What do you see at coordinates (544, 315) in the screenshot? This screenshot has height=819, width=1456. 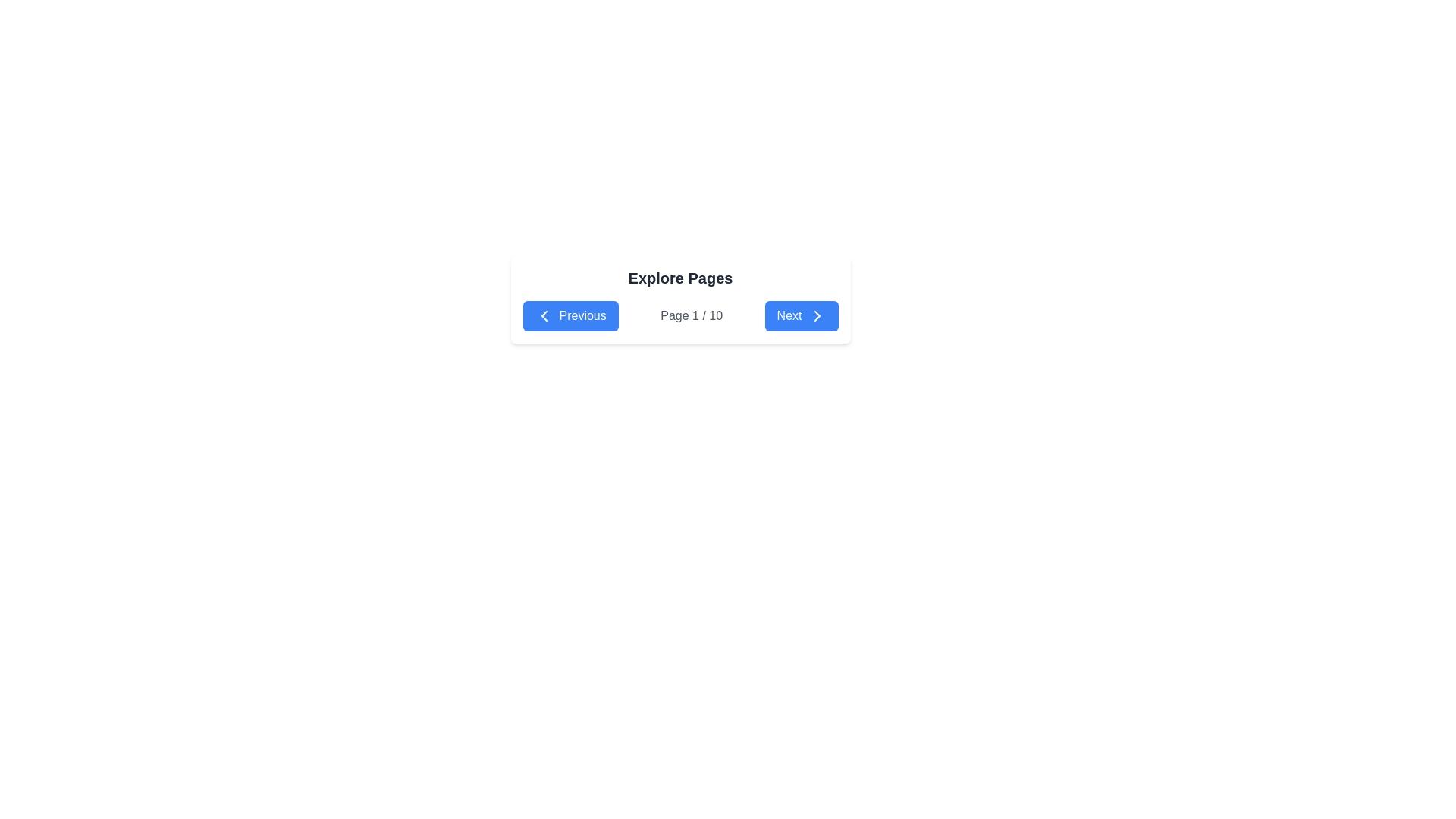 I see `leftward pointing chevron icon within the blue 'Previous' button on the navigation bar for debugging purposes` at bounding box center [544, 315].